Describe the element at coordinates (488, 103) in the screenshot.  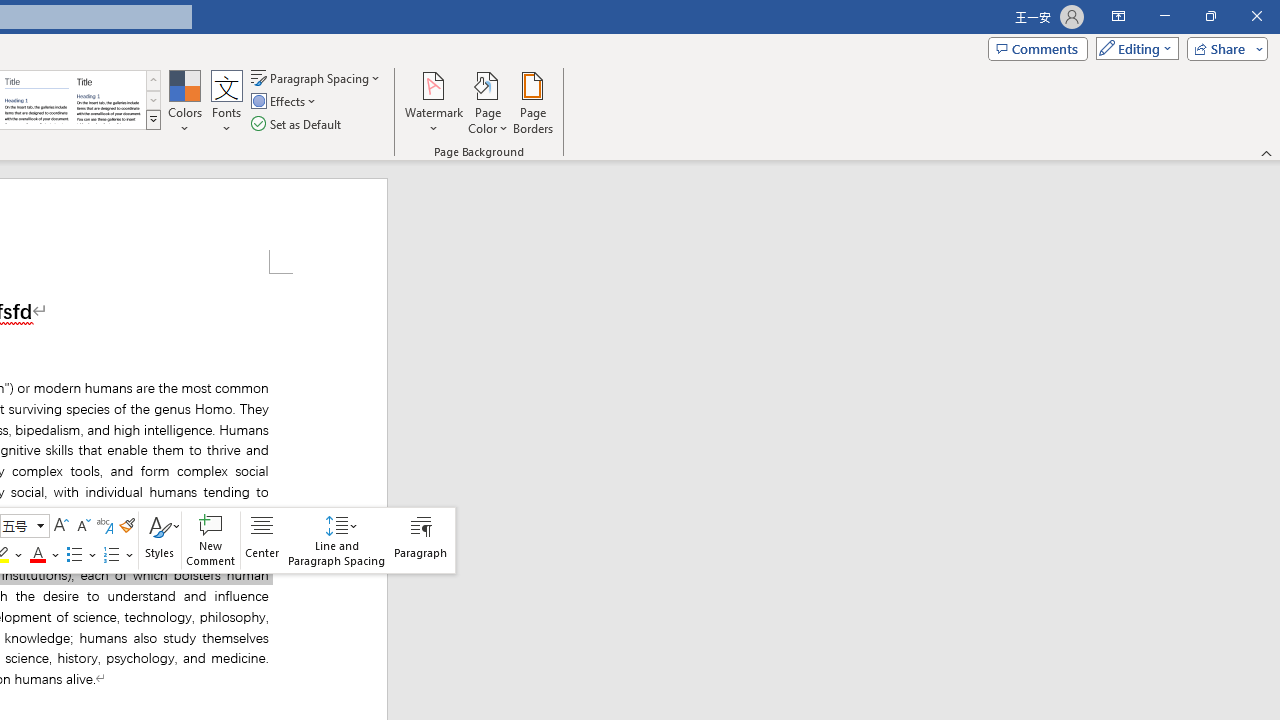
I see `'Page Color'` at that location.